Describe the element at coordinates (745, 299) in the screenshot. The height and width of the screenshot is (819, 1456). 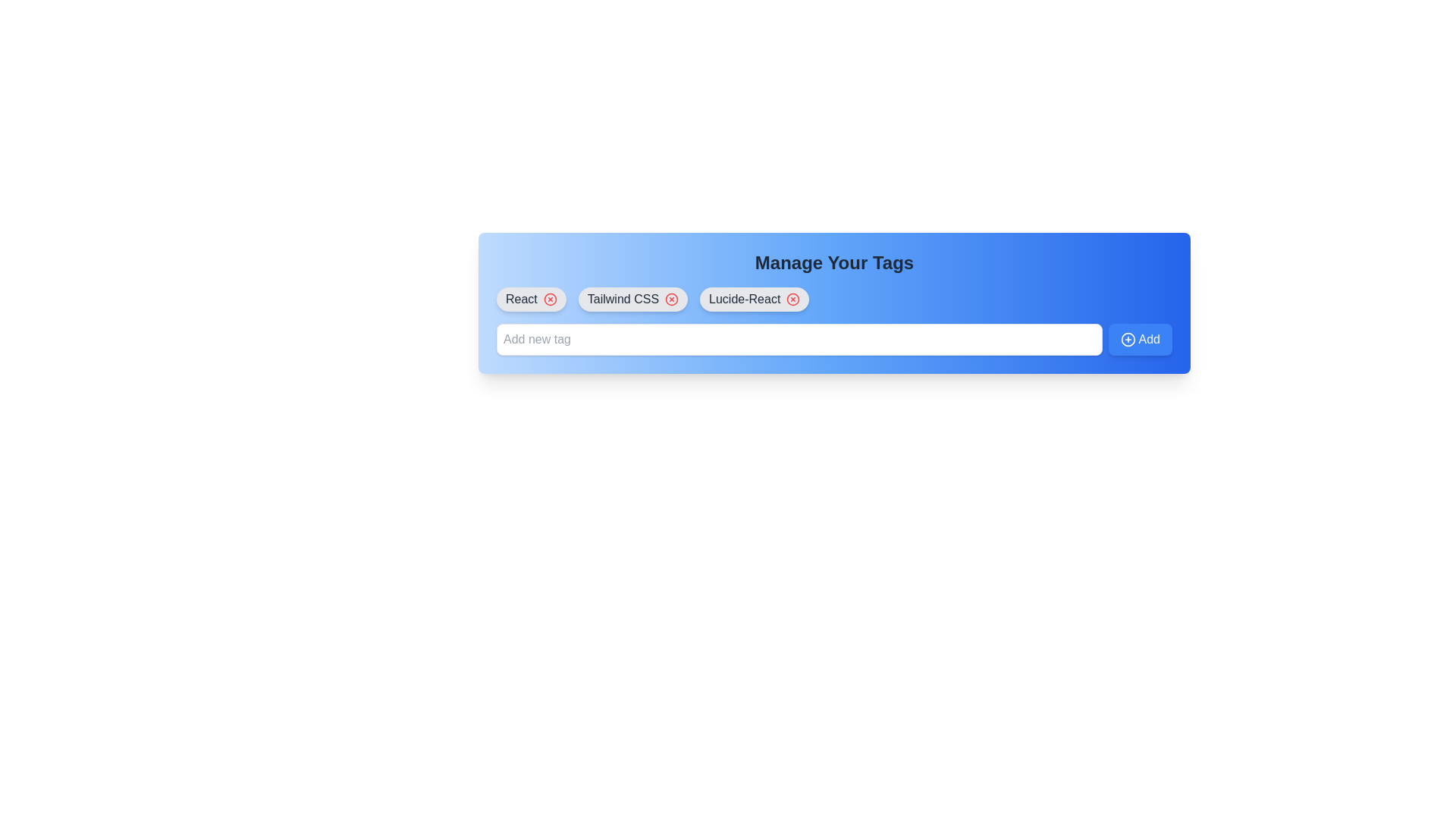
I see `the text label displaying 'Lucide-React' in gray color` at that location.